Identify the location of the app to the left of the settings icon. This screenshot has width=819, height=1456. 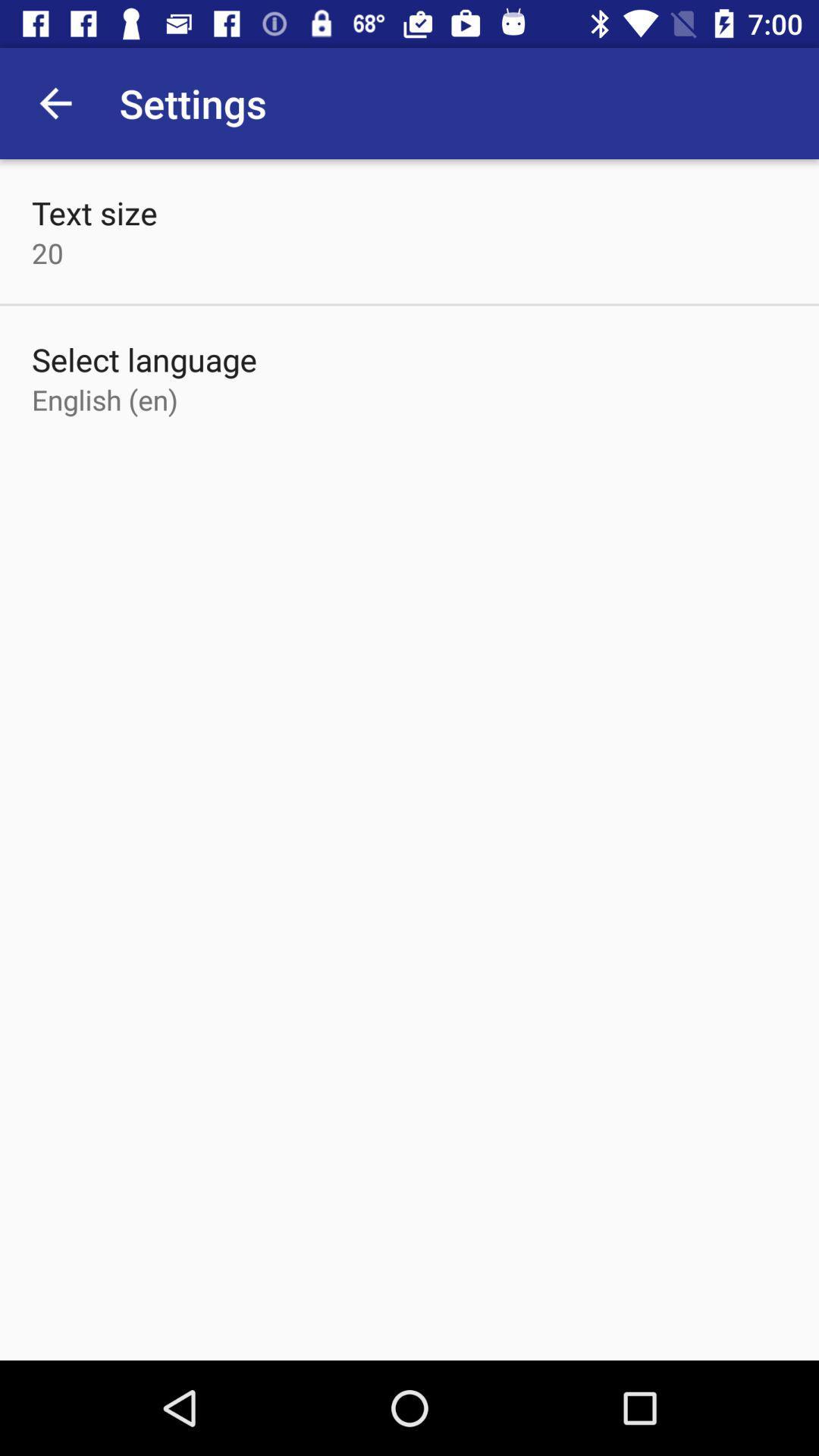
(55, 102).